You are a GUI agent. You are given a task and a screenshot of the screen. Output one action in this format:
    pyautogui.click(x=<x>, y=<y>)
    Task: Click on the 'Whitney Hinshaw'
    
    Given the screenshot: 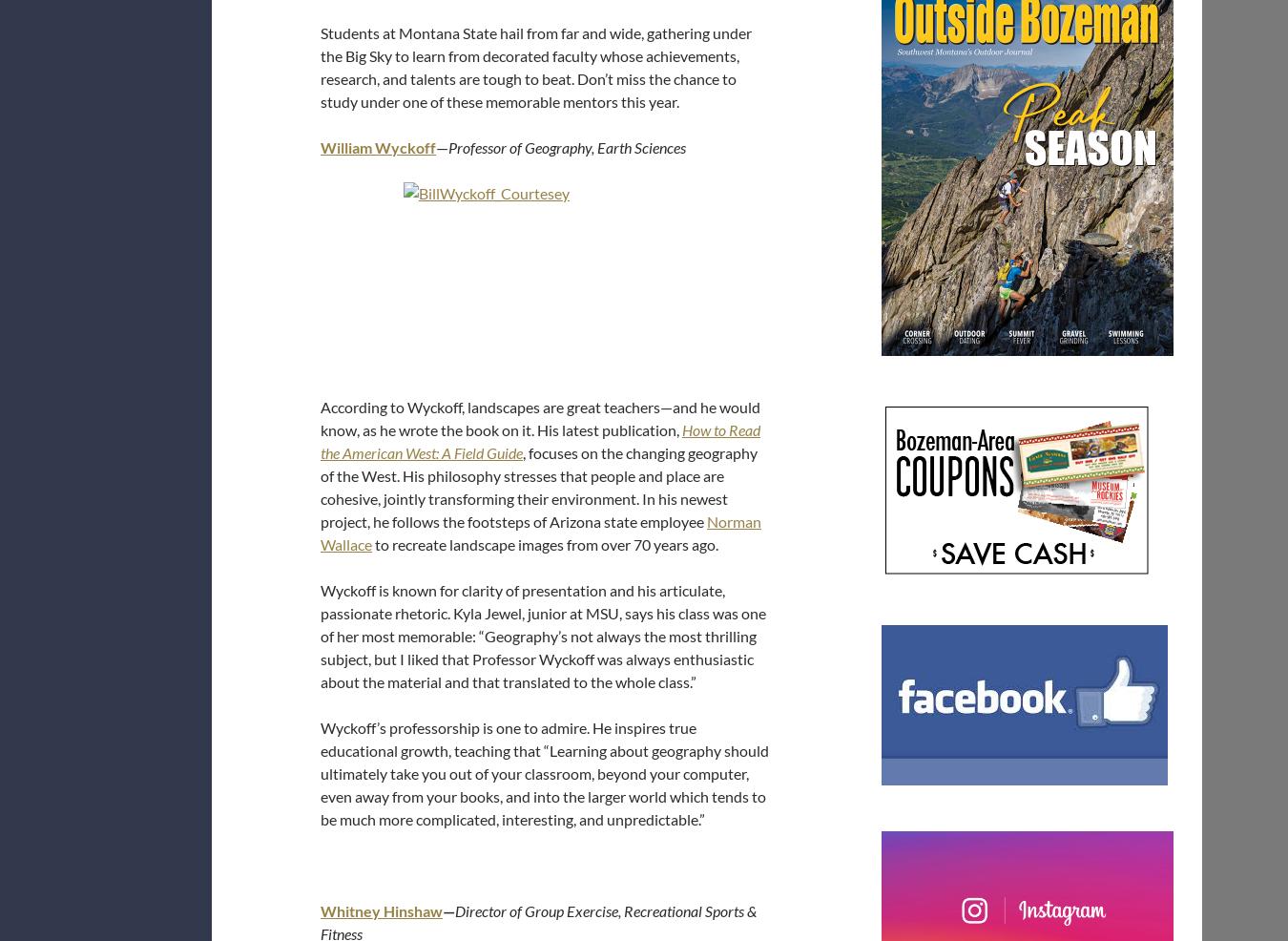 What is the action you would take?
    pyautogui.click(x=320, y=910)
    